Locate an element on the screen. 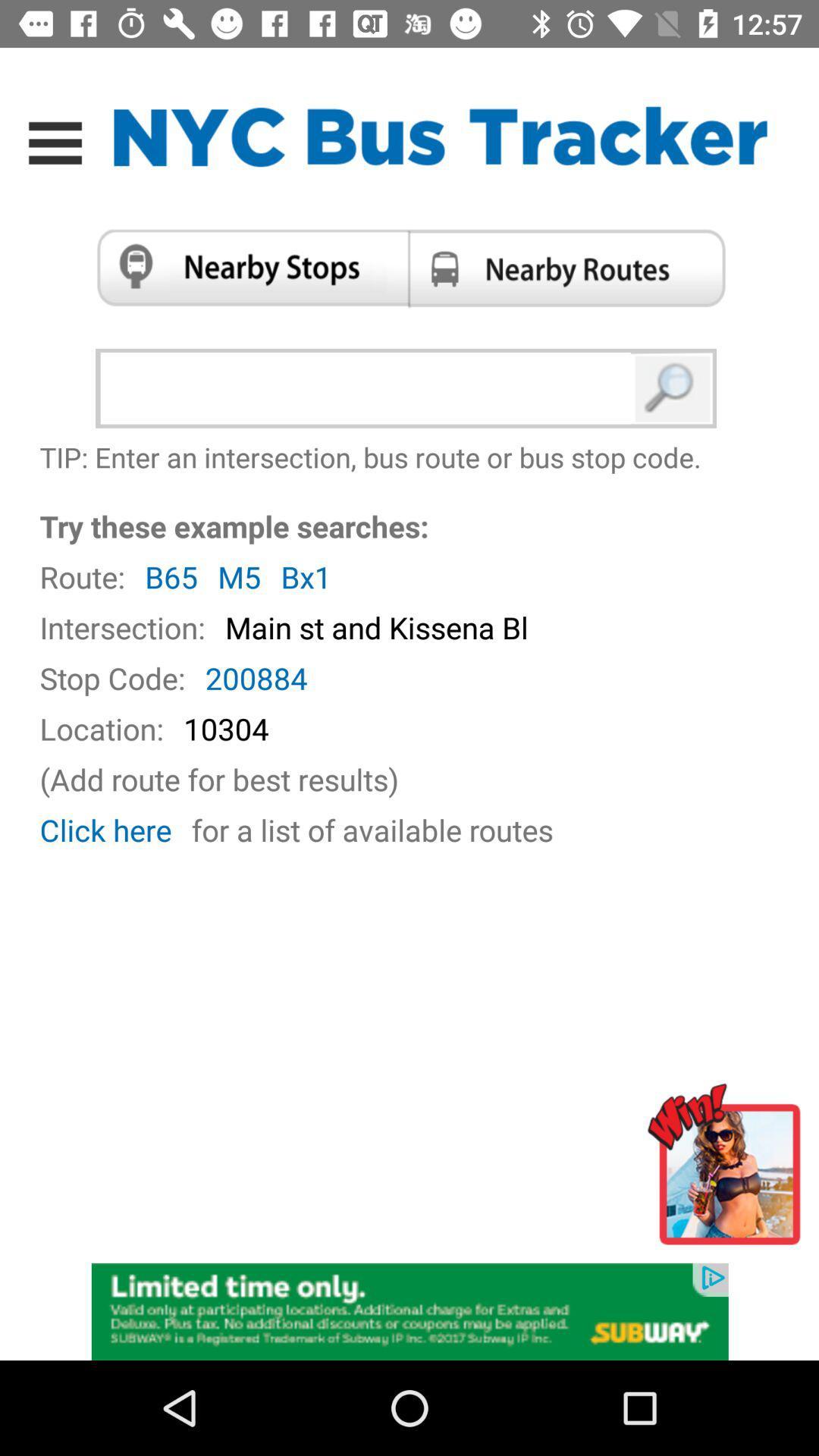 Image resolution: width=819 pixels, height=1456 pixels. search for bus is located at coordinates (673, 388).